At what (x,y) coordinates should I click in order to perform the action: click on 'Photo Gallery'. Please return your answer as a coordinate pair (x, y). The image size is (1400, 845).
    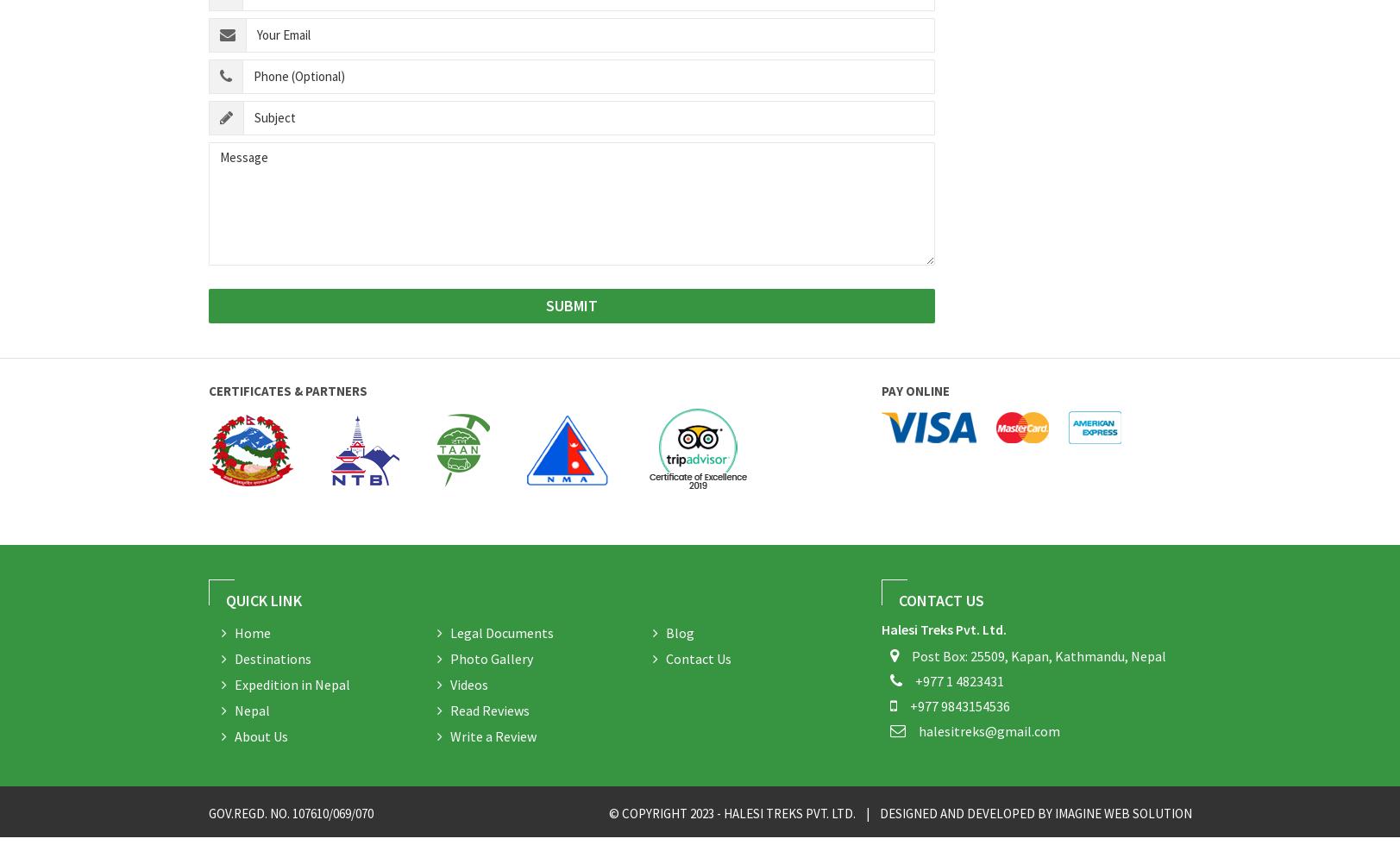
    Looking at the image, I should click on (491, 658).